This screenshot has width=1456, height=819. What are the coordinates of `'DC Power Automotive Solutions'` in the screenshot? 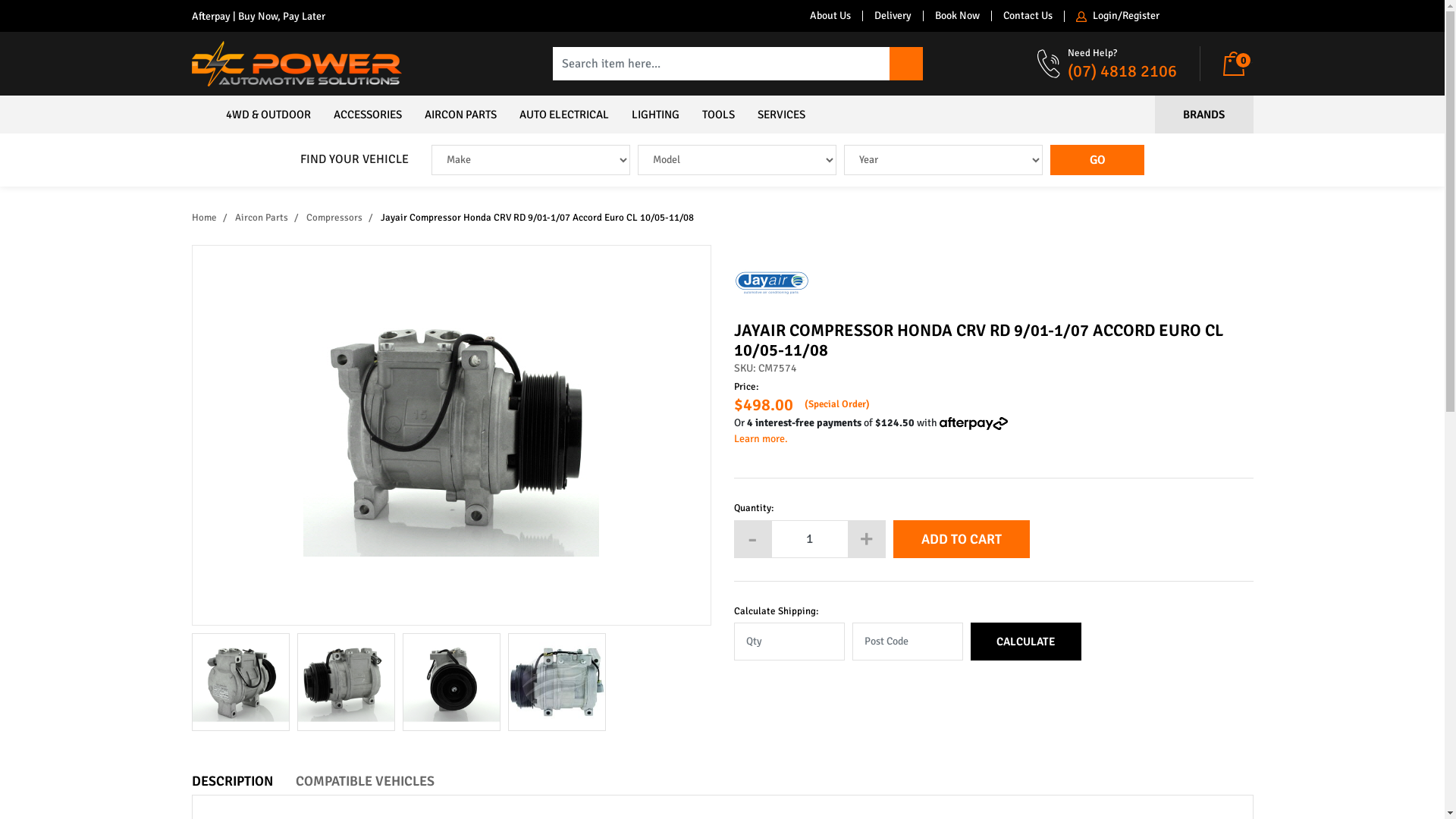 It's located at (190, 61).